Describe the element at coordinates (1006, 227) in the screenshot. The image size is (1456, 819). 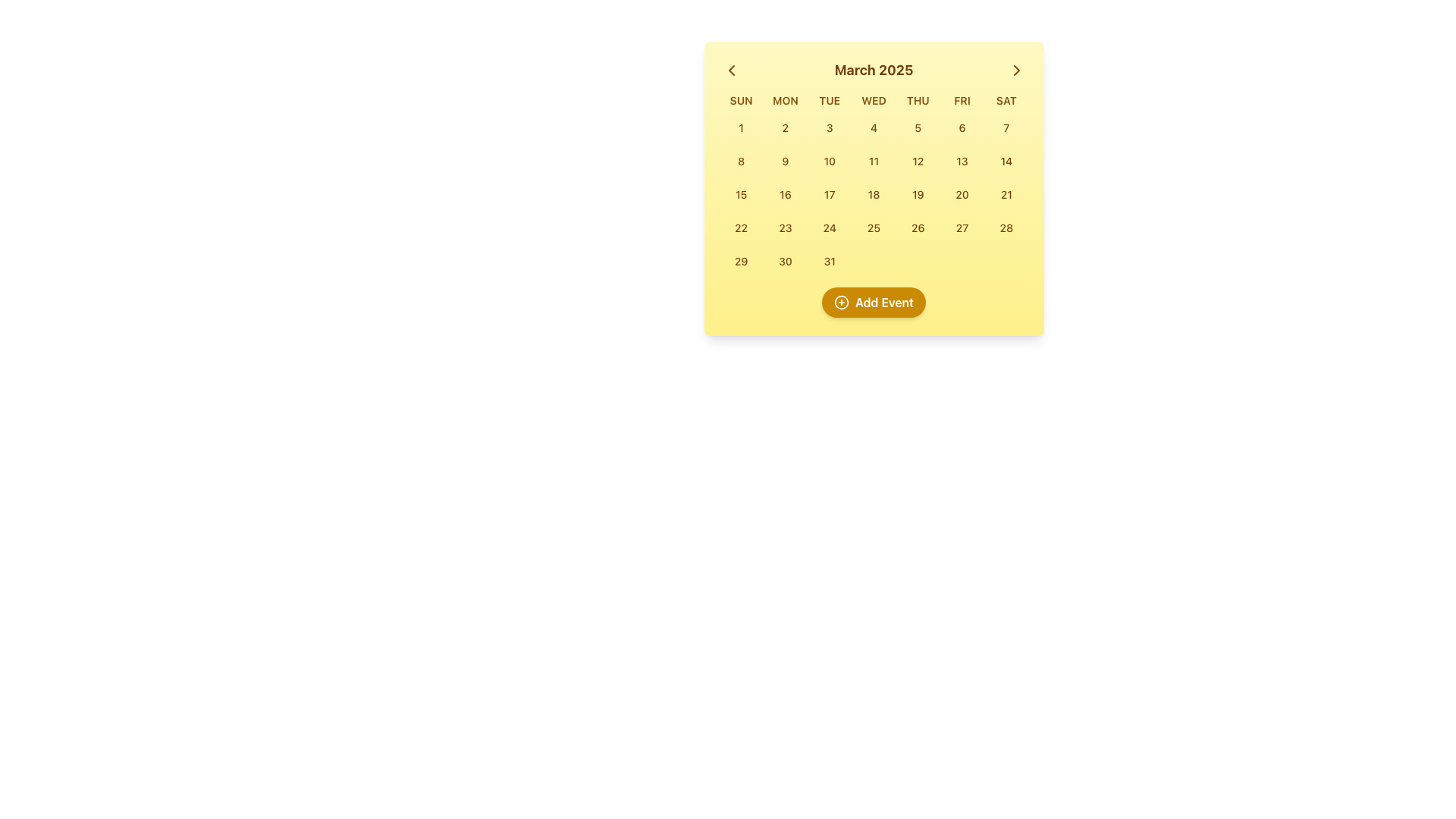
I see `the text label '28' inside the date picker` at that location.